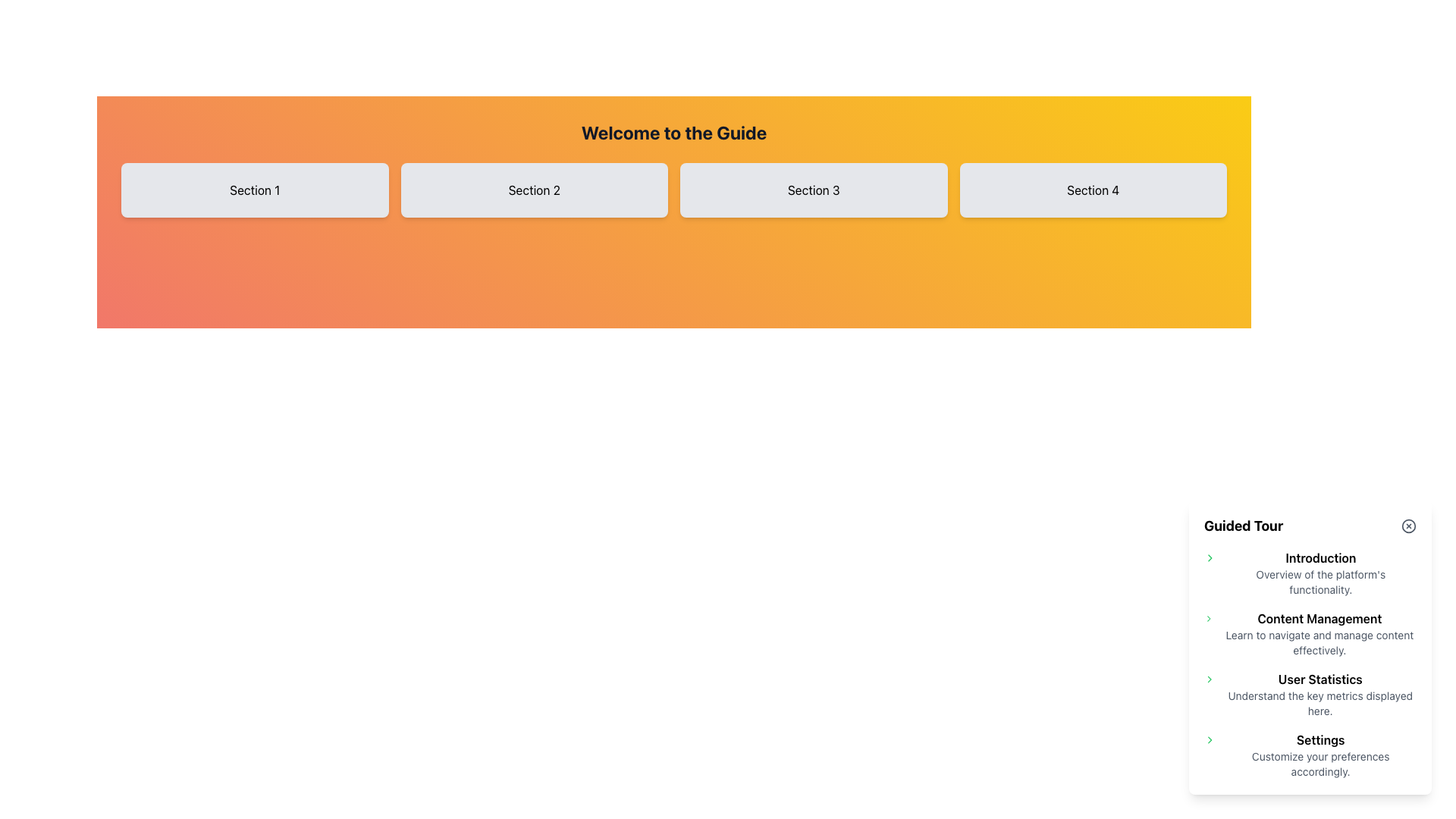 This screenshot has height=819, width=1456. What do you see at coordinates (534, 189) in the screenshot?
I see `the 'Section 2' card` at bounding box center [534, 189].